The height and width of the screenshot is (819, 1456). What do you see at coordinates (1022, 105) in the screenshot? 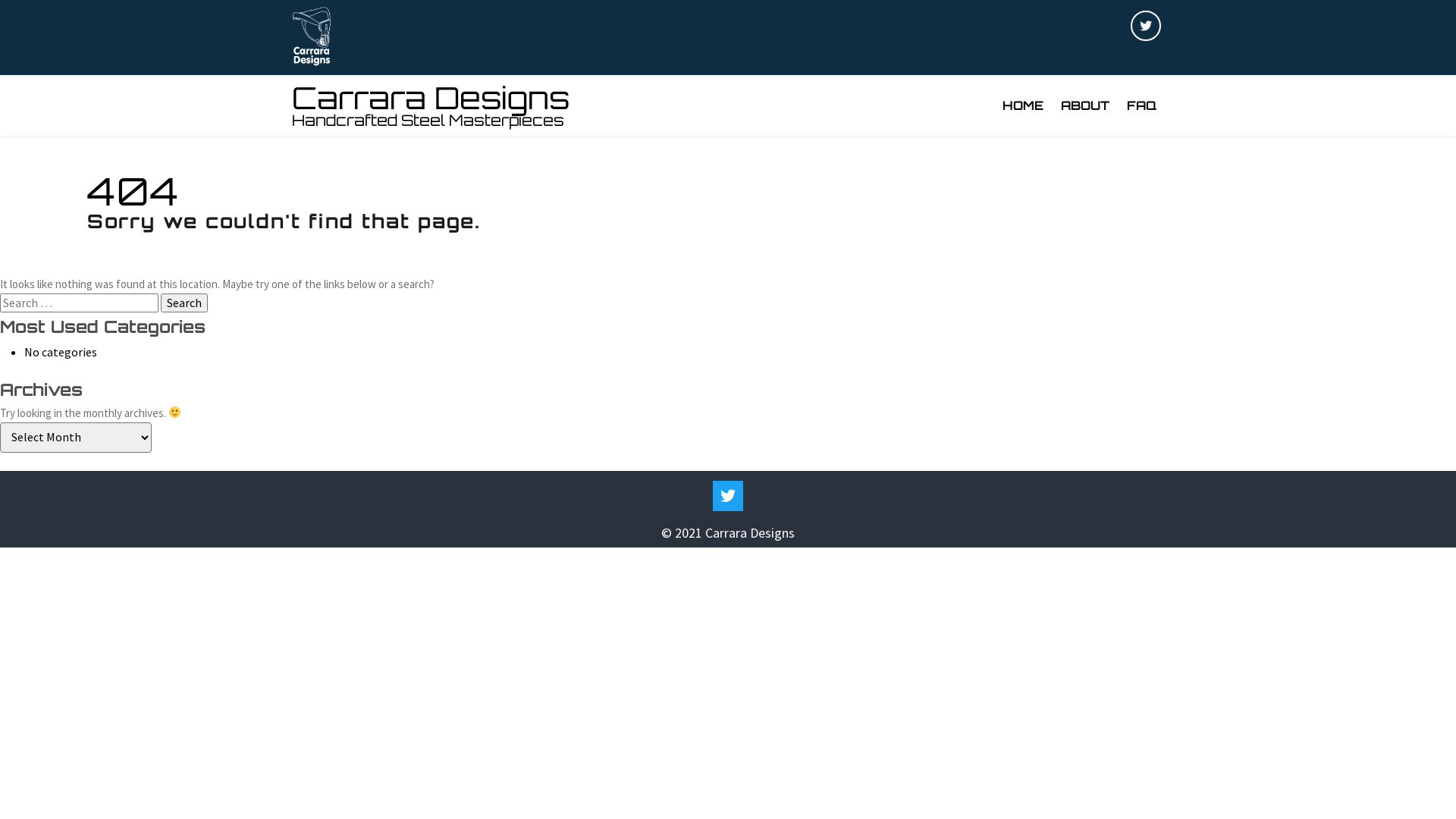
I see `'HOME'` at bounding box center [1022, 105].